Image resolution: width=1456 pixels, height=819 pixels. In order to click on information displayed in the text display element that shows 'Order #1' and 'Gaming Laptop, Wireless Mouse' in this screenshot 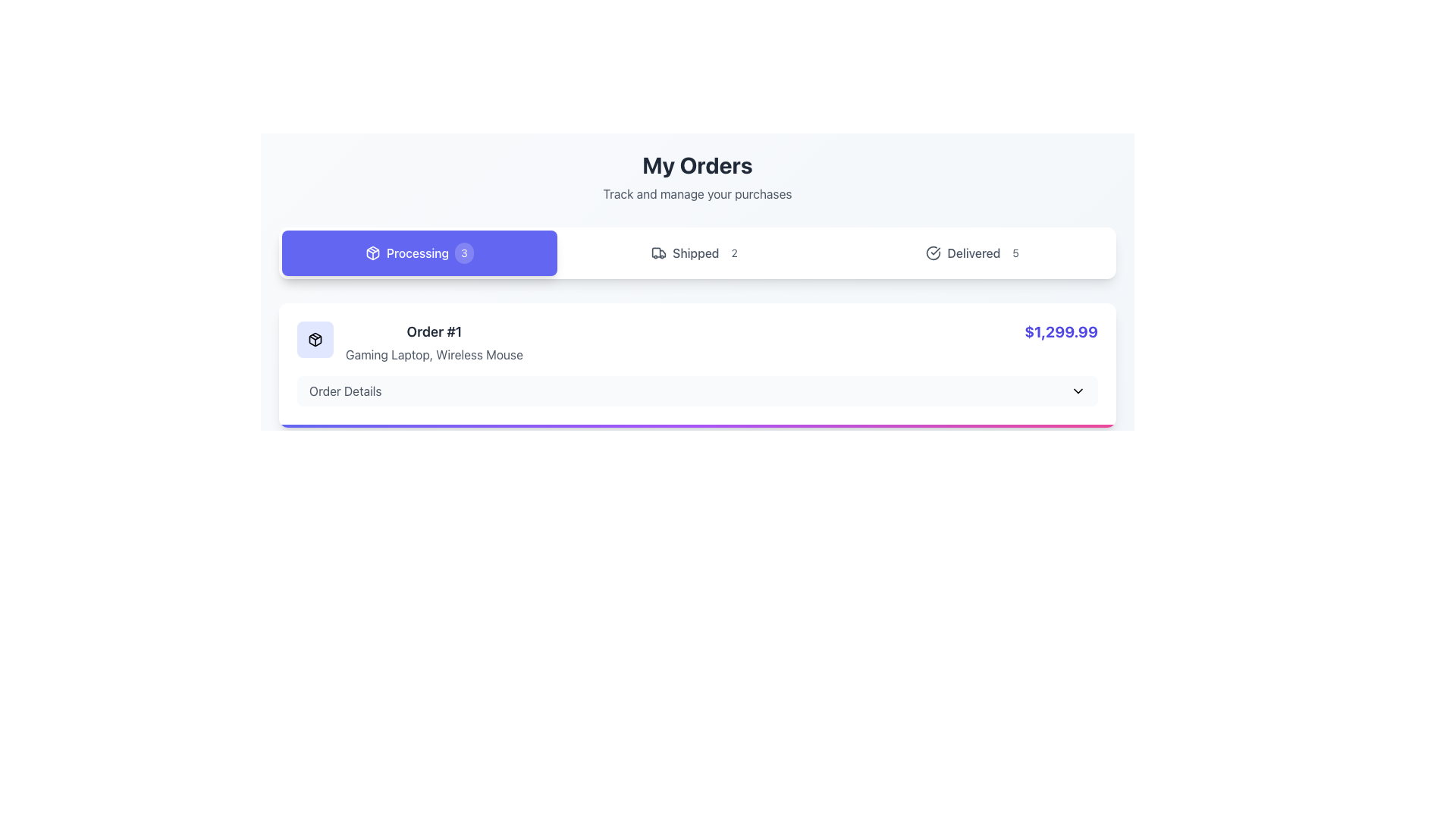, I will do `click(433, 342)`.